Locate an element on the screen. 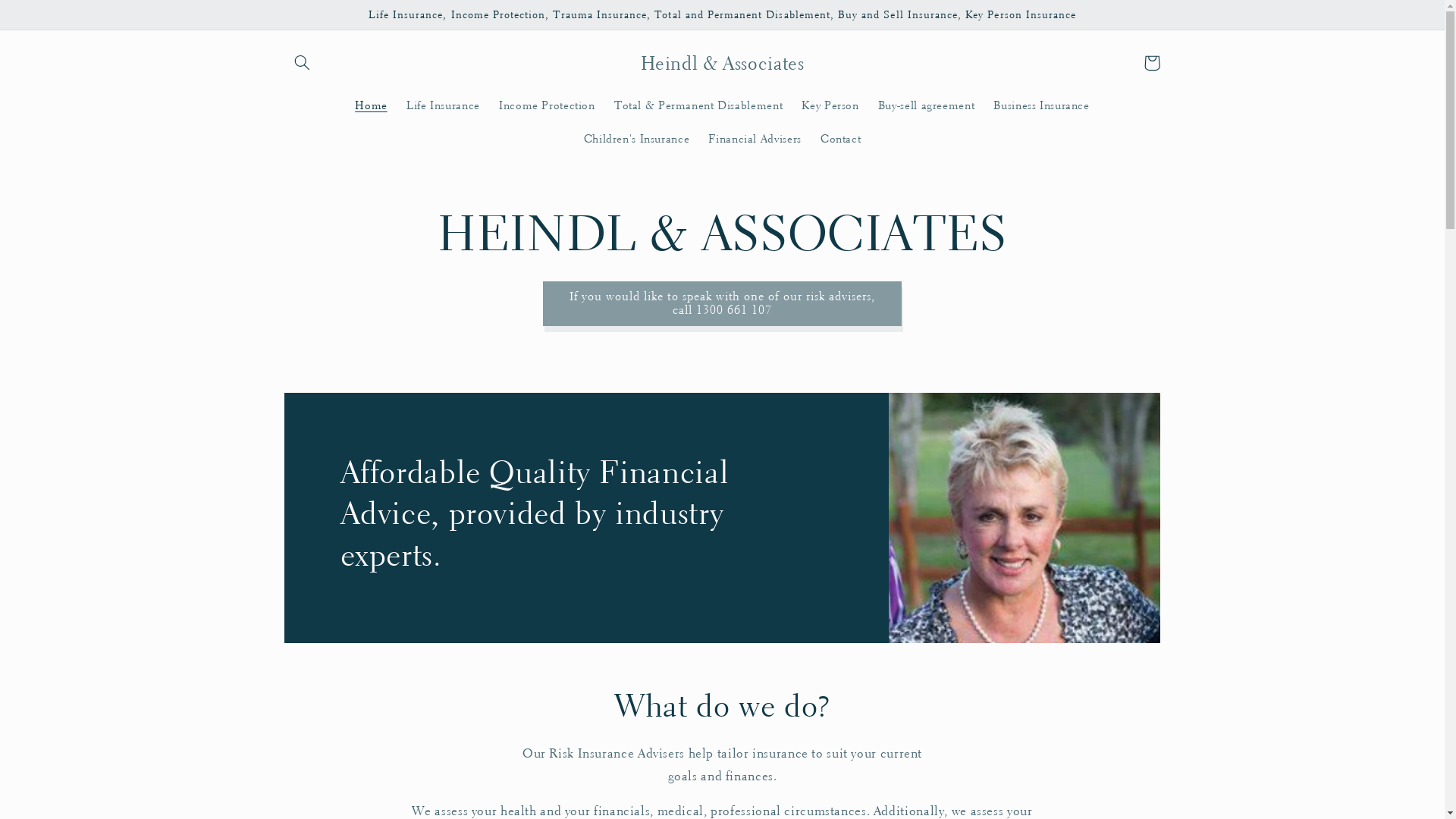  'Business Insurance' is located at coordinates (984, 104).